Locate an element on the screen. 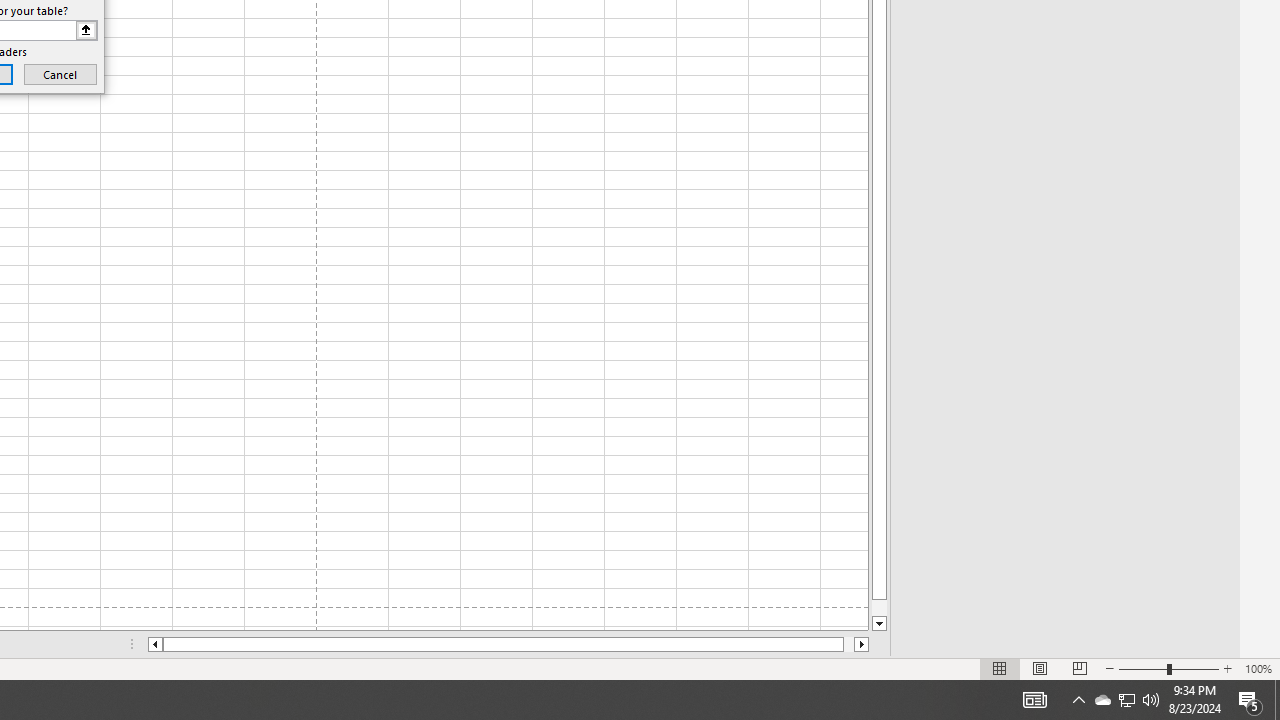 The width and height of the screenshot is (1280, 720). 'Zoom In' is located at coordinates (1226, 669).